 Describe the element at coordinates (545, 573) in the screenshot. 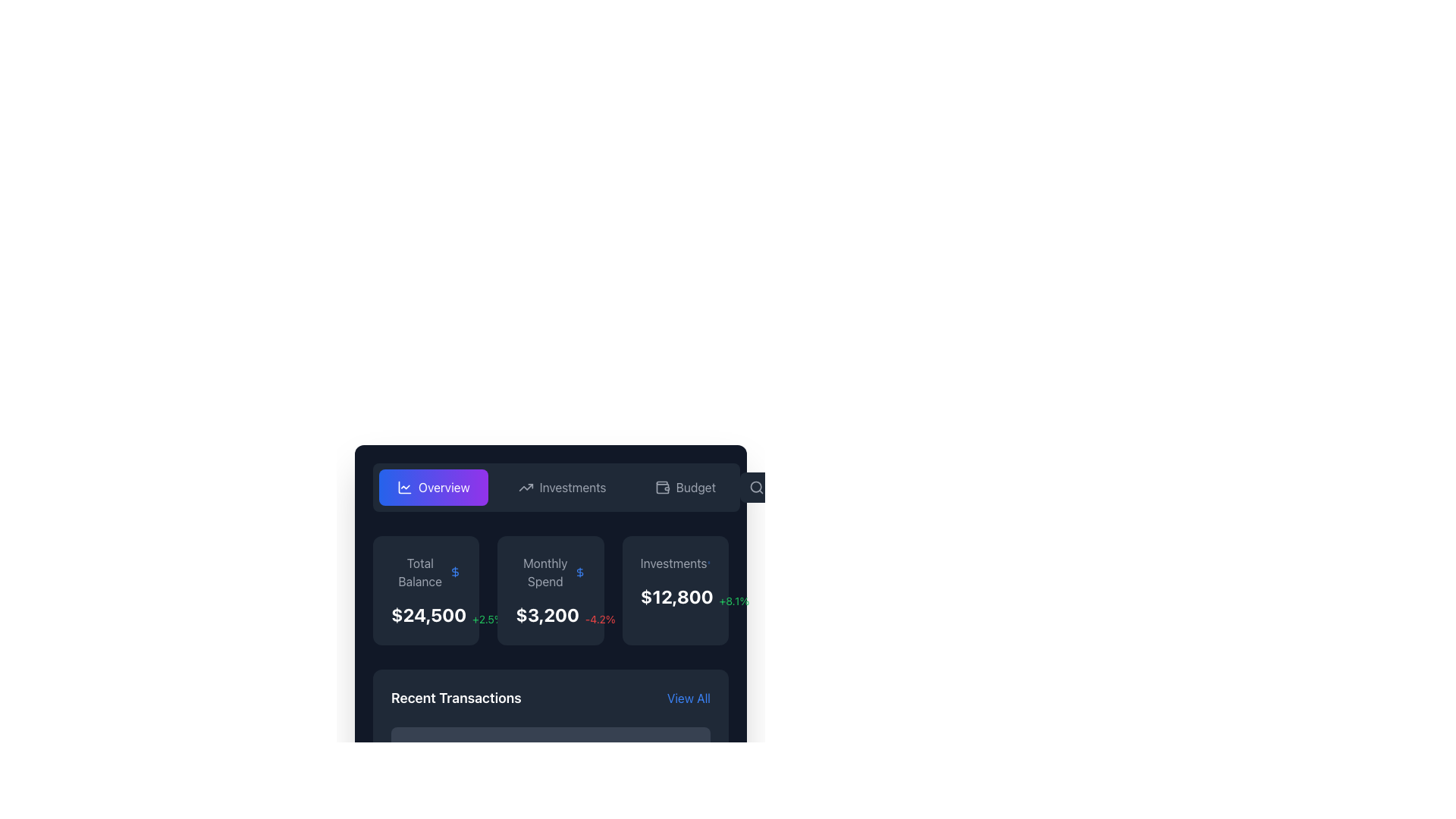

I see `'Monthly Spend' text label located at the upper section of the card, styled in light gray color` at that location.